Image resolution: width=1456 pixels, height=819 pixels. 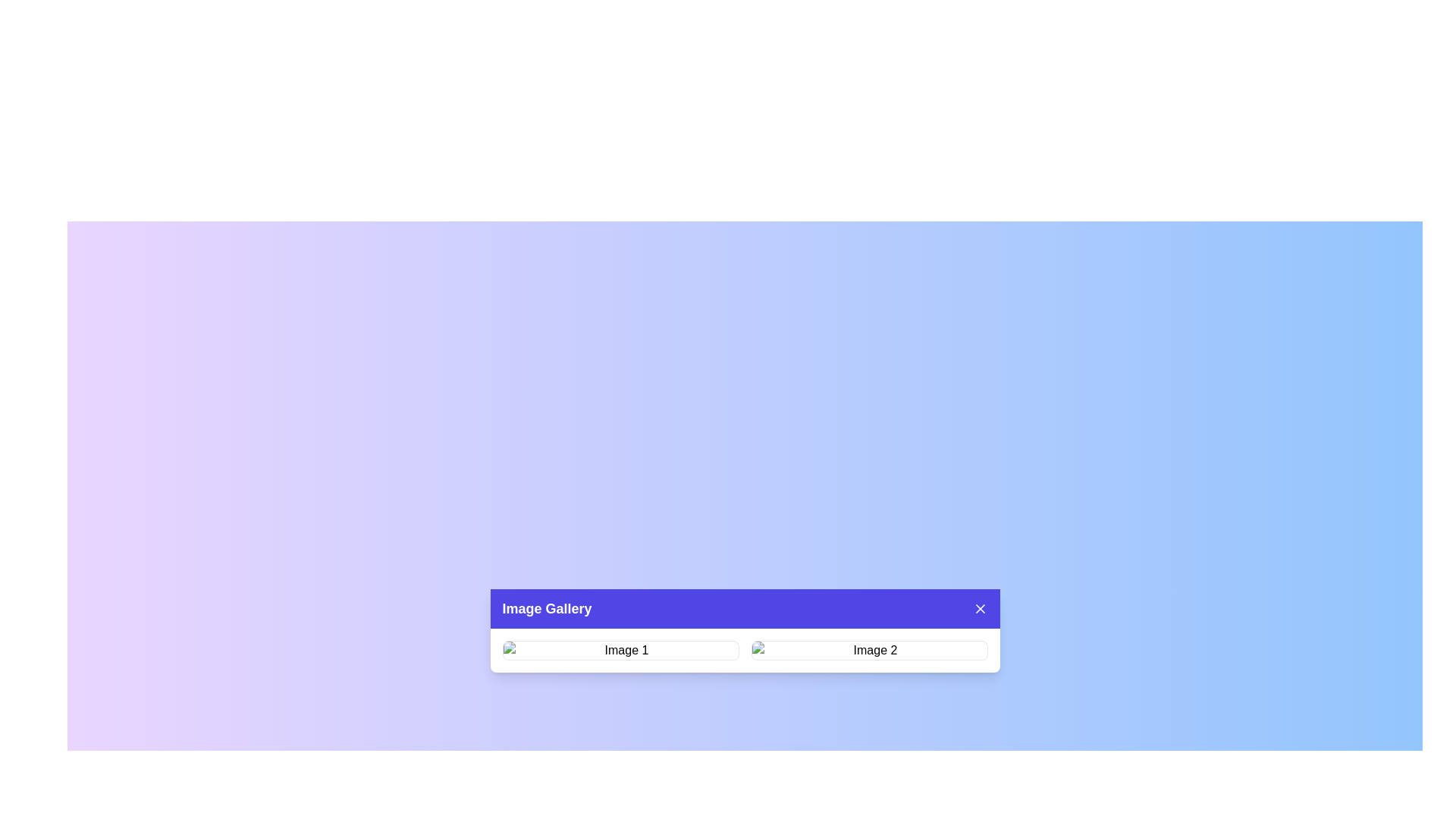 I want to click on the modal to focus and inspect its visual feedback, so click(x=745, y=631).